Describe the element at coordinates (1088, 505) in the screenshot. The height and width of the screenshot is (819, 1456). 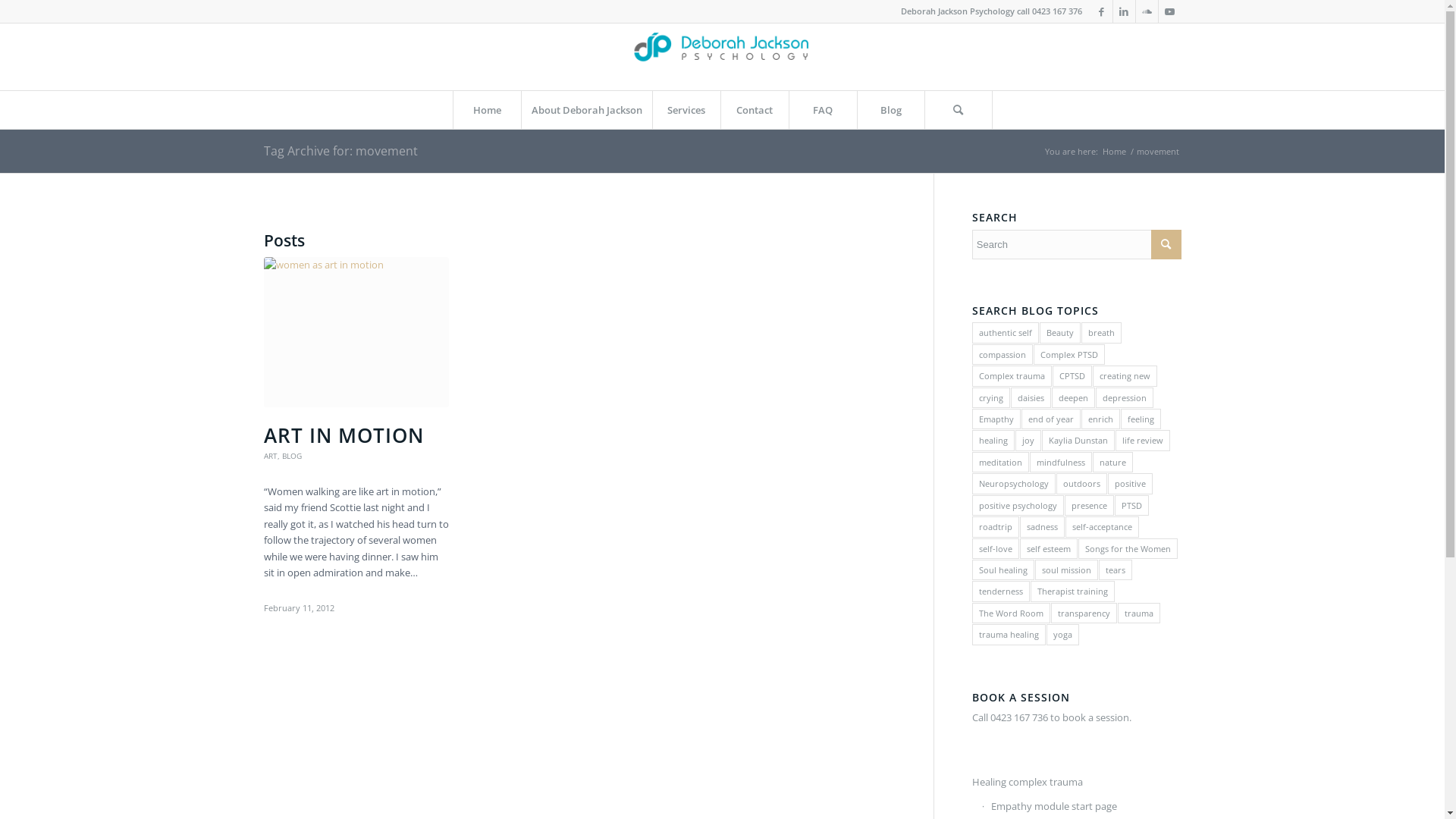
I see `'presence'` at that location.